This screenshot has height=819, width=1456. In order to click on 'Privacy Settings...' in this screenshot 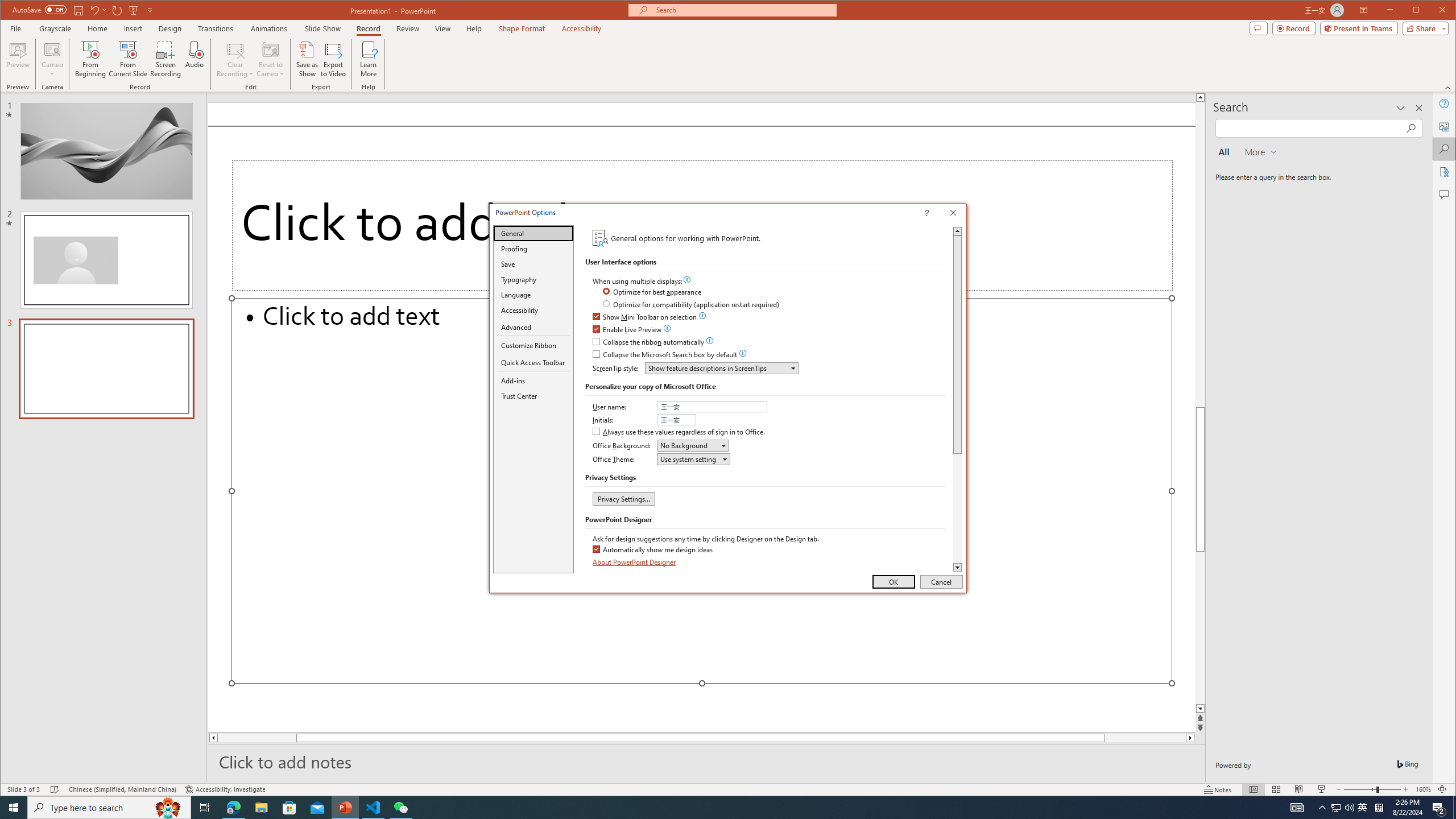, I will do `click(623, 498)`.